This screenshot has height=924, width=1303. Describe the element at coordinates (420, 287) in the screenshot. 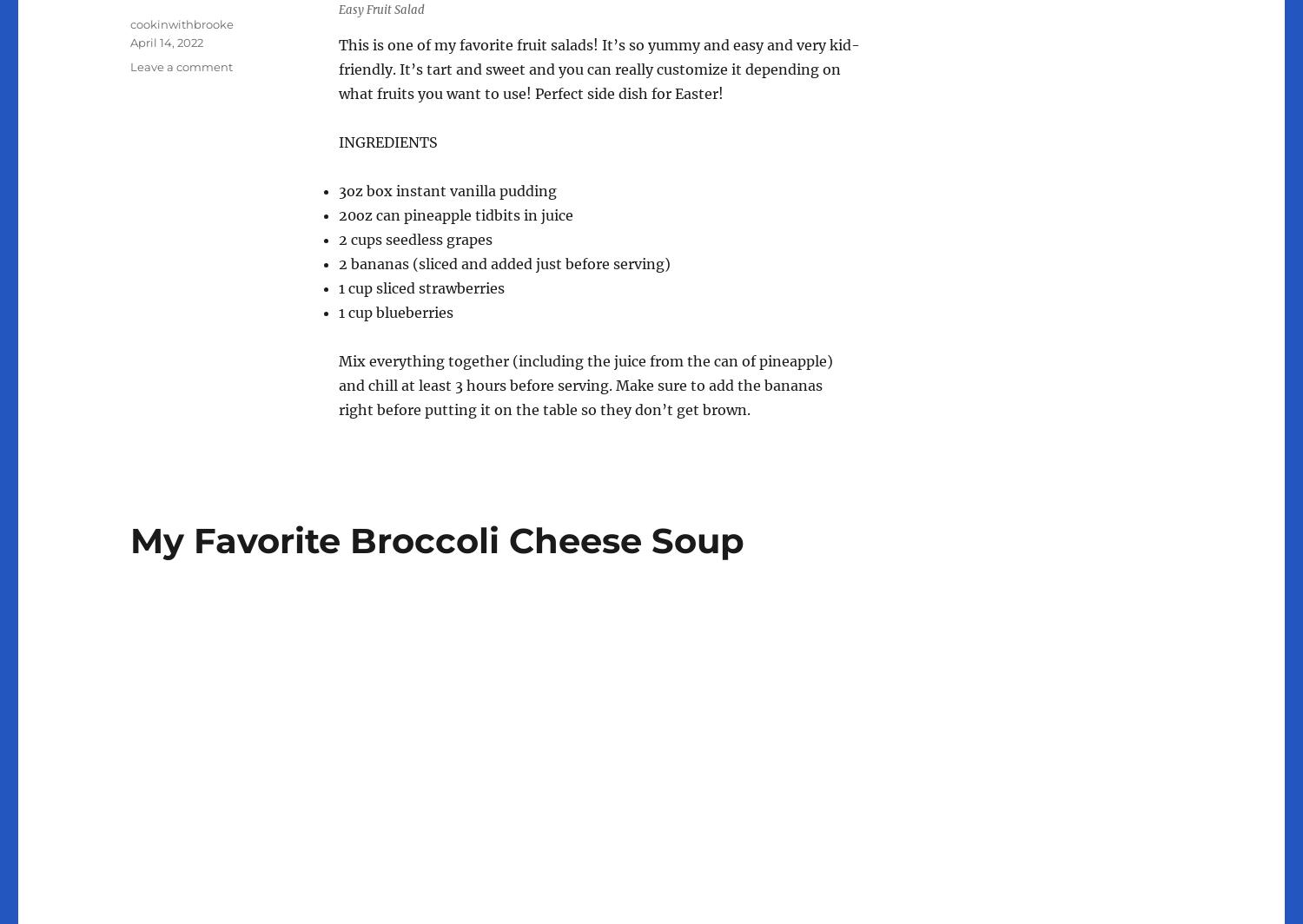

I see `'1 cup sliced strawberries'` at that location.